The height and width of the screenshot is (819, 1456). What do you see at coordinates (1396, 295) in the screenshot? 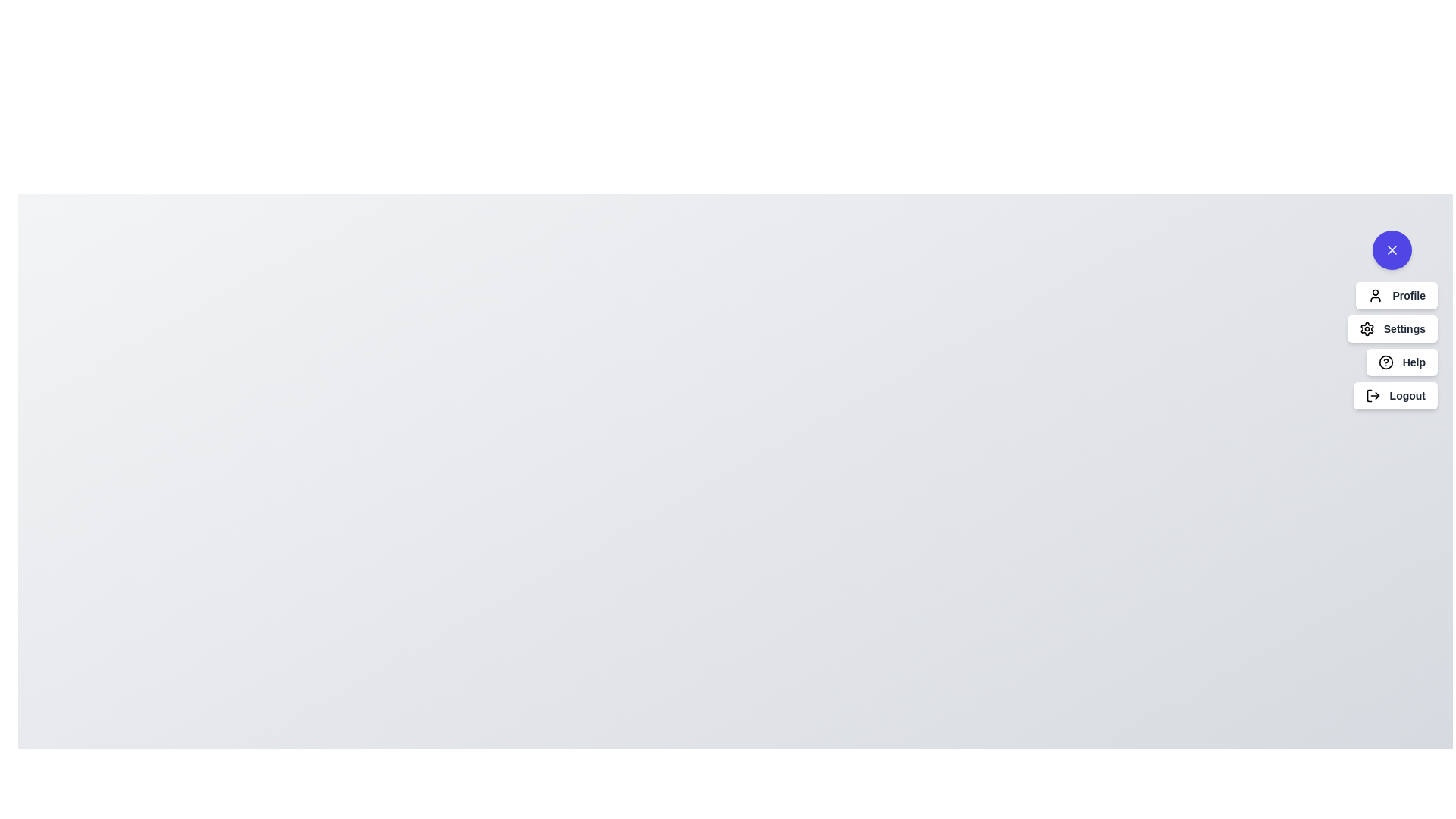
I see `the 'Profile' option in the UserActionsSpeedDial menu` at bounding box center [1396, 295].